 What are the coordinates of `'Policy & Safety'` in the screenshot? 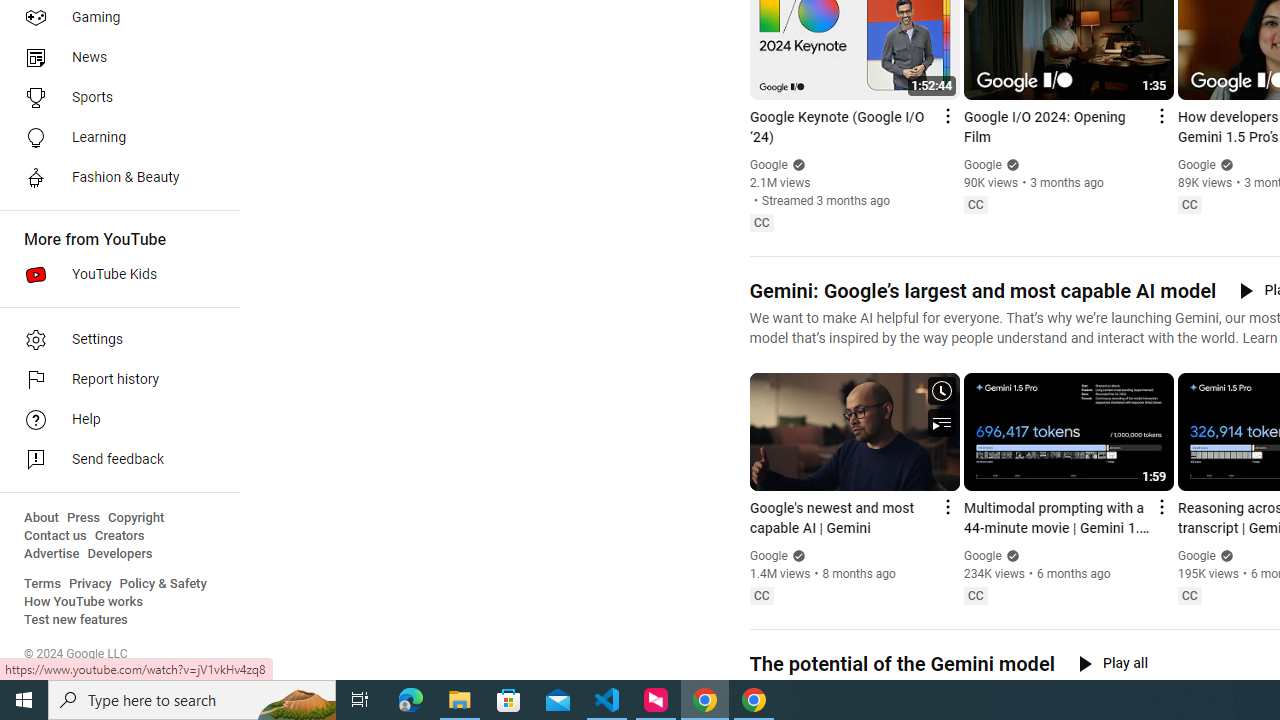 It's located at (163, 584).